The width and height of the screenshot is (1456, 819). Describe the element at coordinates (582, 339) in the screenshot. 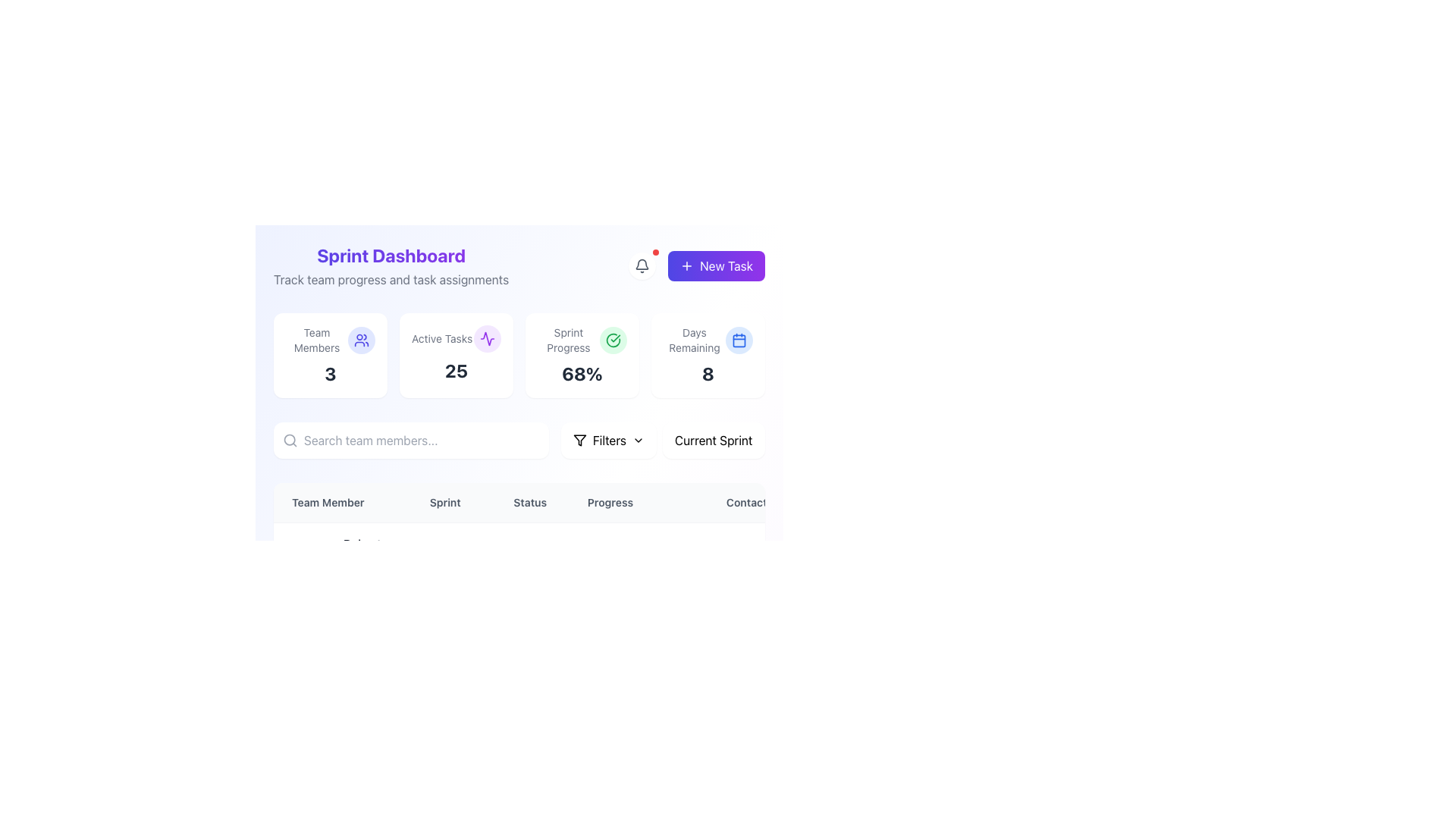

I see `the 'Sprint Progress' label with a green checkmark icon, located in the upper part of the progress statistics card` at that location.